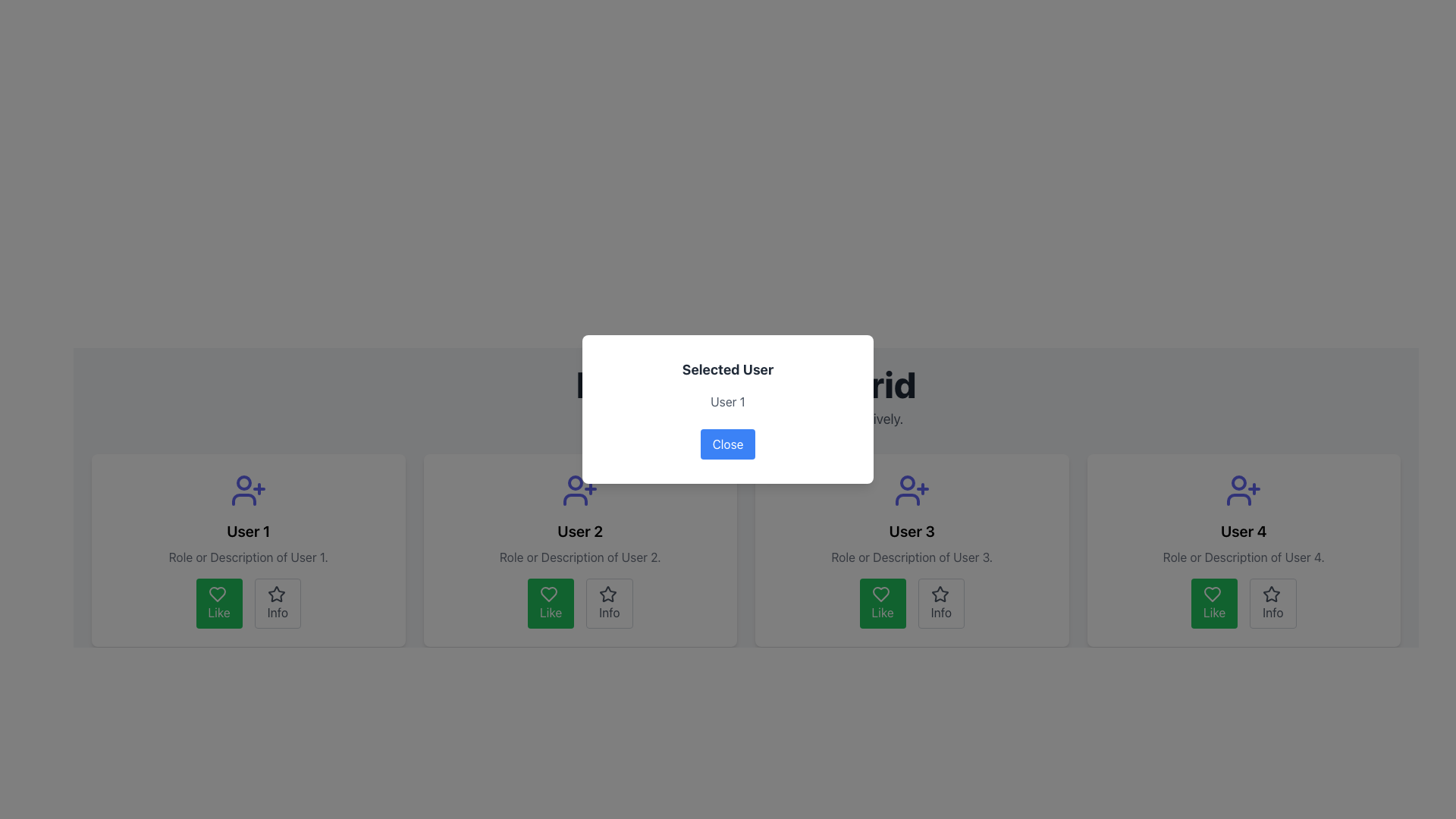 This screenshot has width=1456, height=819. I want to click on the user icon styled as a silhouette of a person with a '+' symbol, located at the center top area of the fourth card for 'User 4', so click(1244, 491).